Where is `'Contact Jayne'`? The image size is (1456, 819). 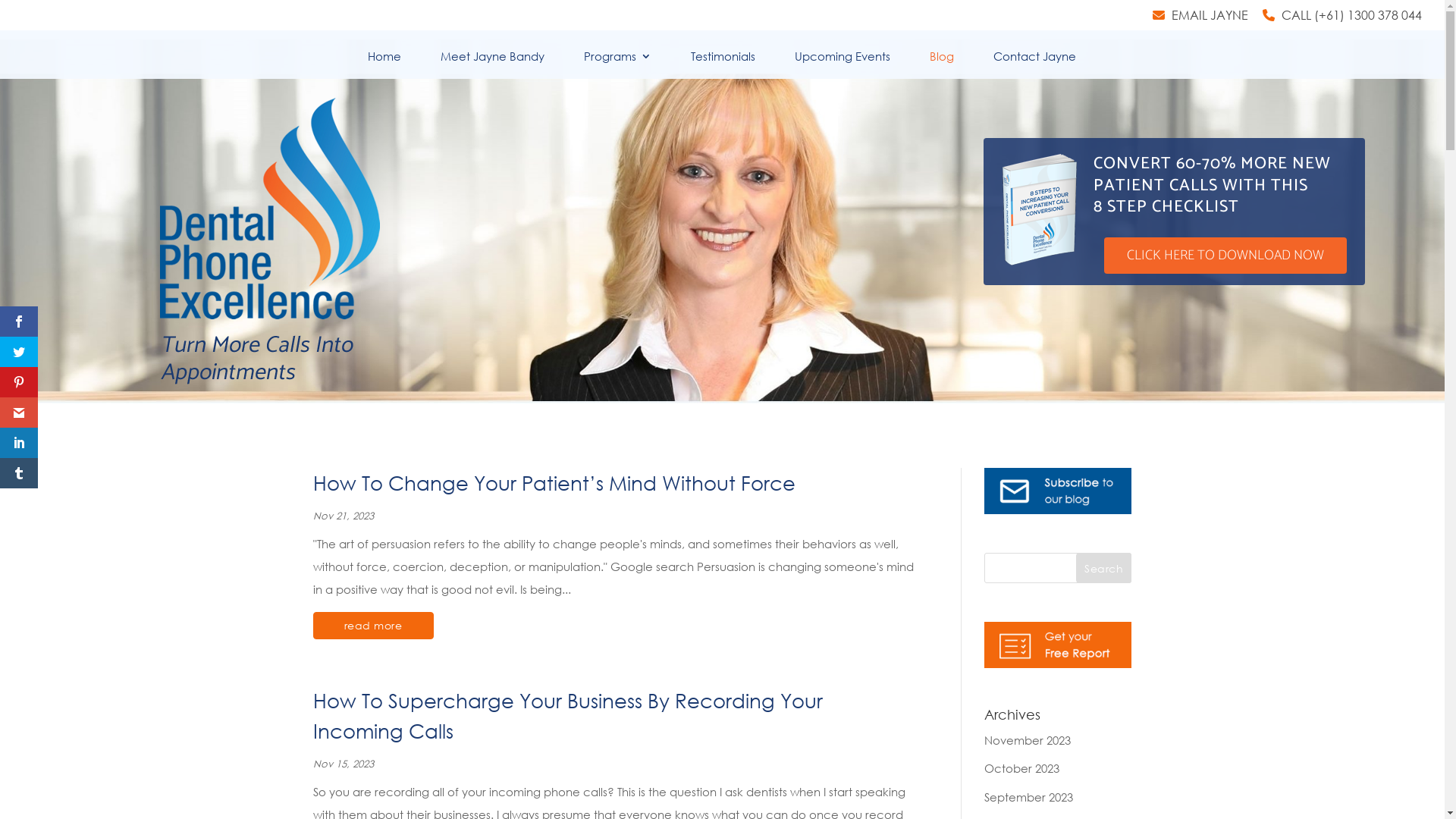 'Contact Jayne' is located at coordinates (993, 64).